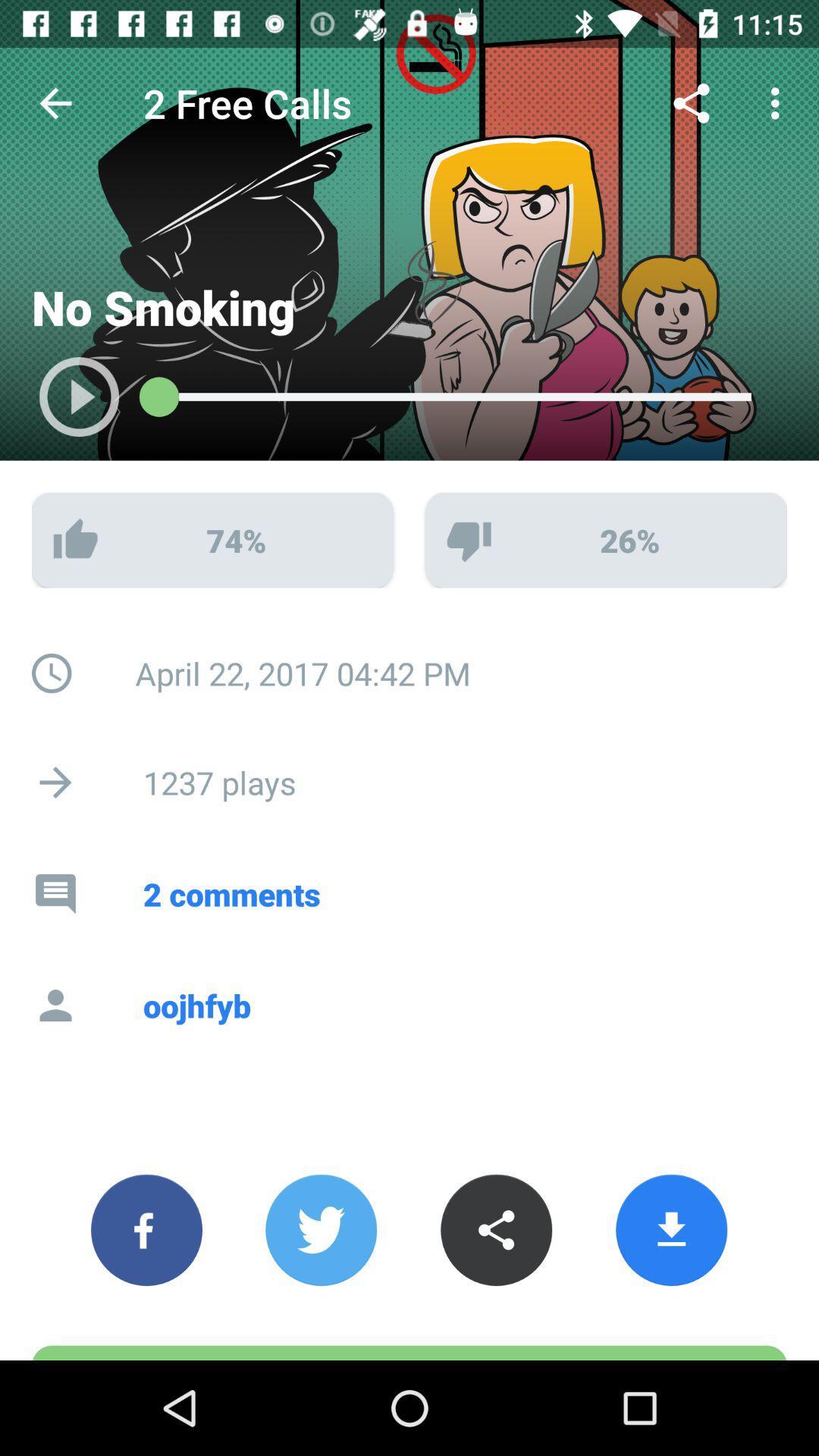 This screenshot has height=1456, width=819. Describe the element at coordinates (496, 1230) in the screenshot. I see `the share icon` at that location.